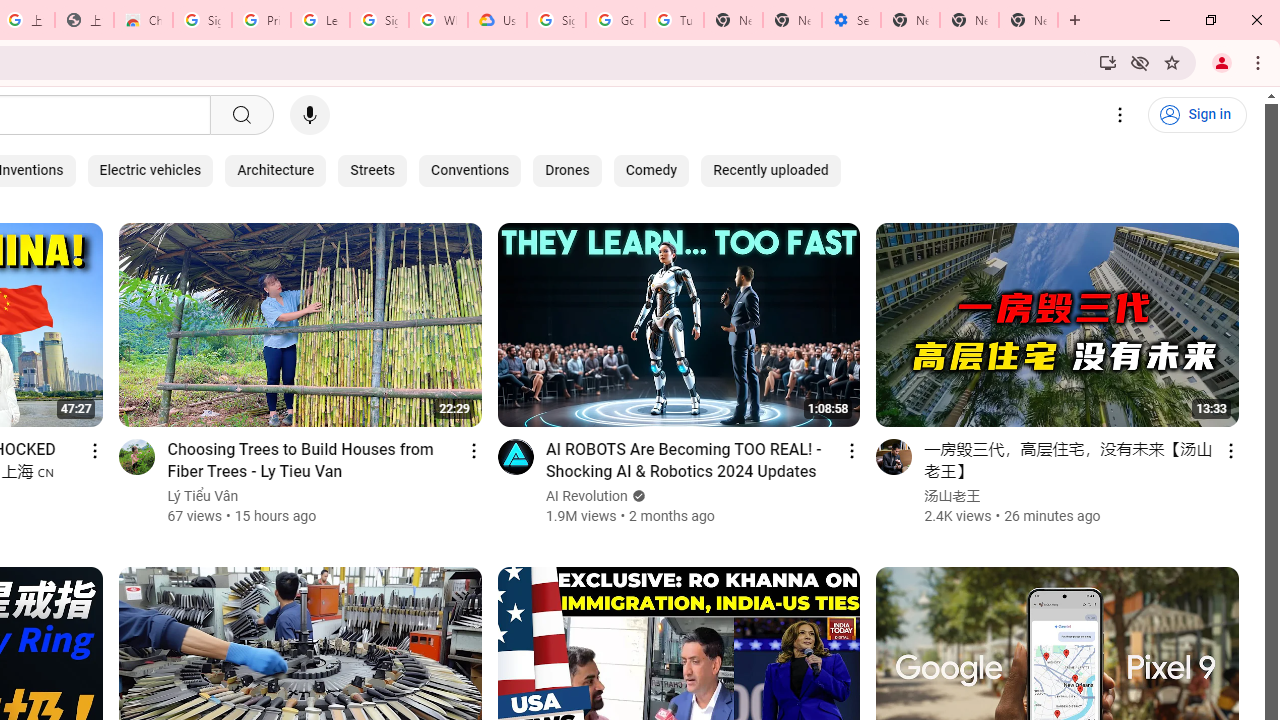 The image size is (1280, 720). Describe the element at coordinates (308, 115) in the screenshot. I see `'Search with your voice'` at that location.